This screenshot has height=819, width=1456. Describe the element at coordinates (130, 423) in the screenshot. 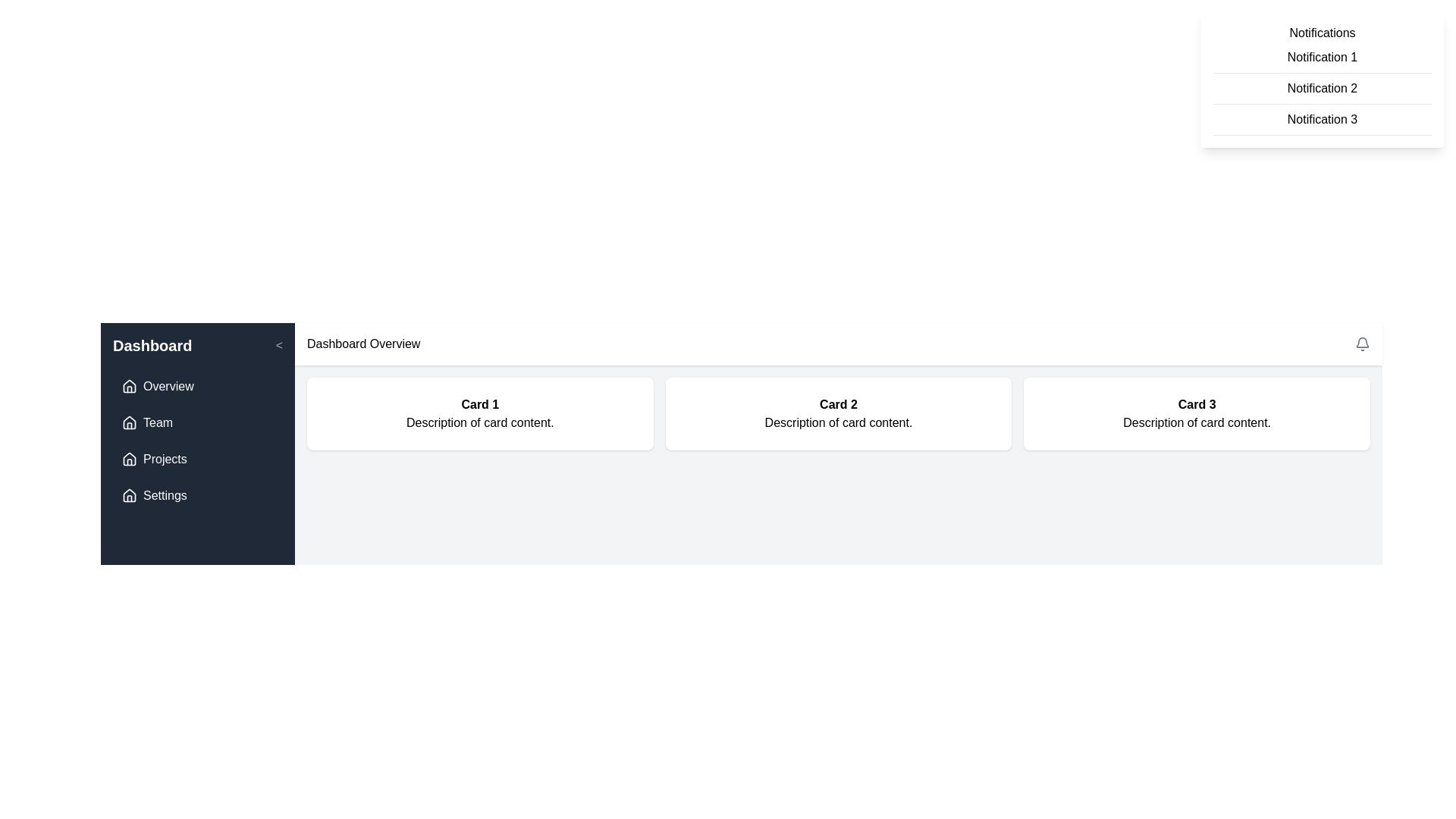

I see `the house icon in the left sidebar, located in the 'Team' section` at that location.